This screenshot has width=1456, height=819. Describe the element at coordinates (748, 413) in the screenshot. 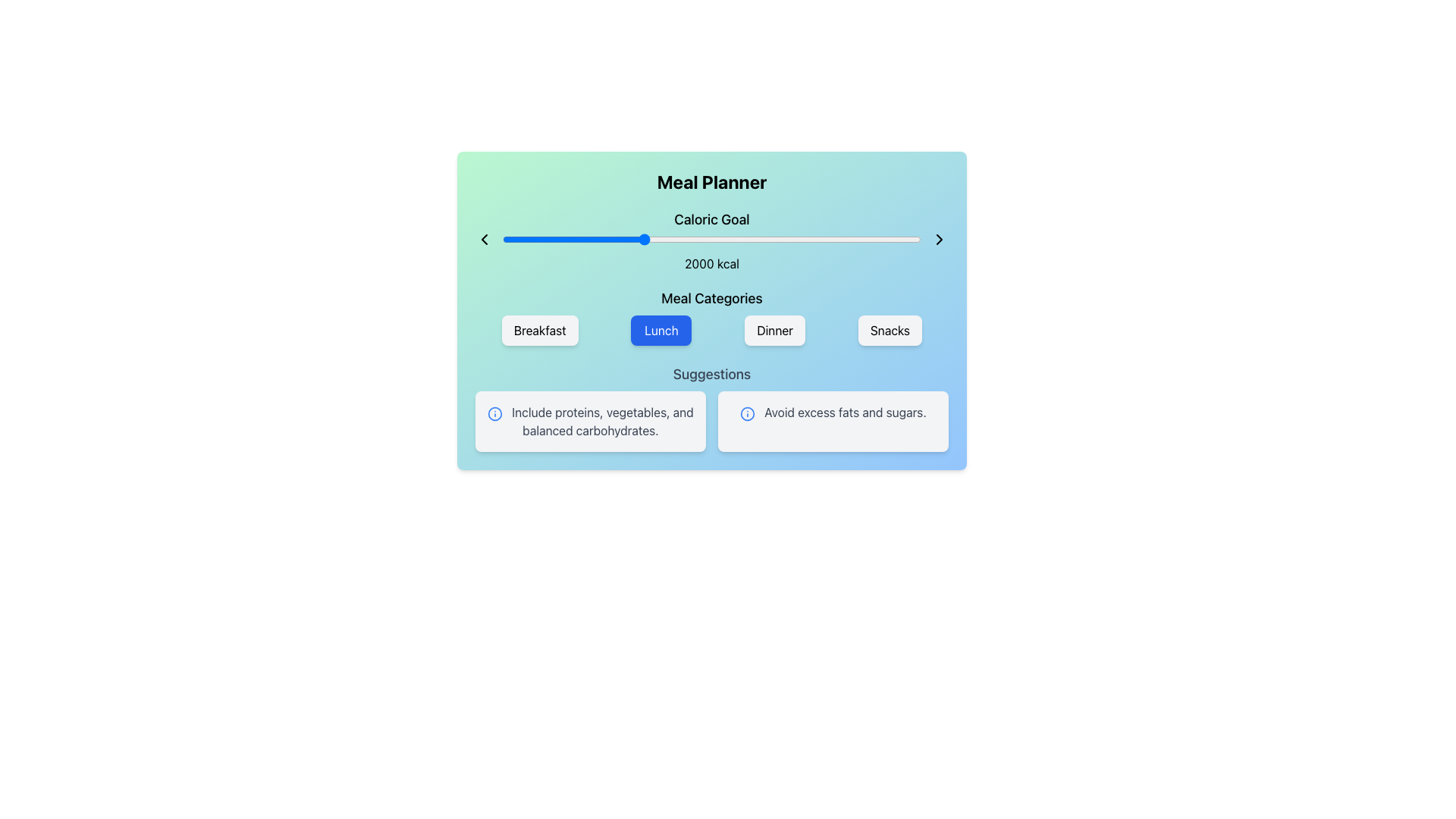

I see `the decorative SVG circle that represents an 'information' sign in the 'Suggestions' section, located immediately left of the text 'Include proteins, vegetables, and balanced carbohydrates.'` at that location.